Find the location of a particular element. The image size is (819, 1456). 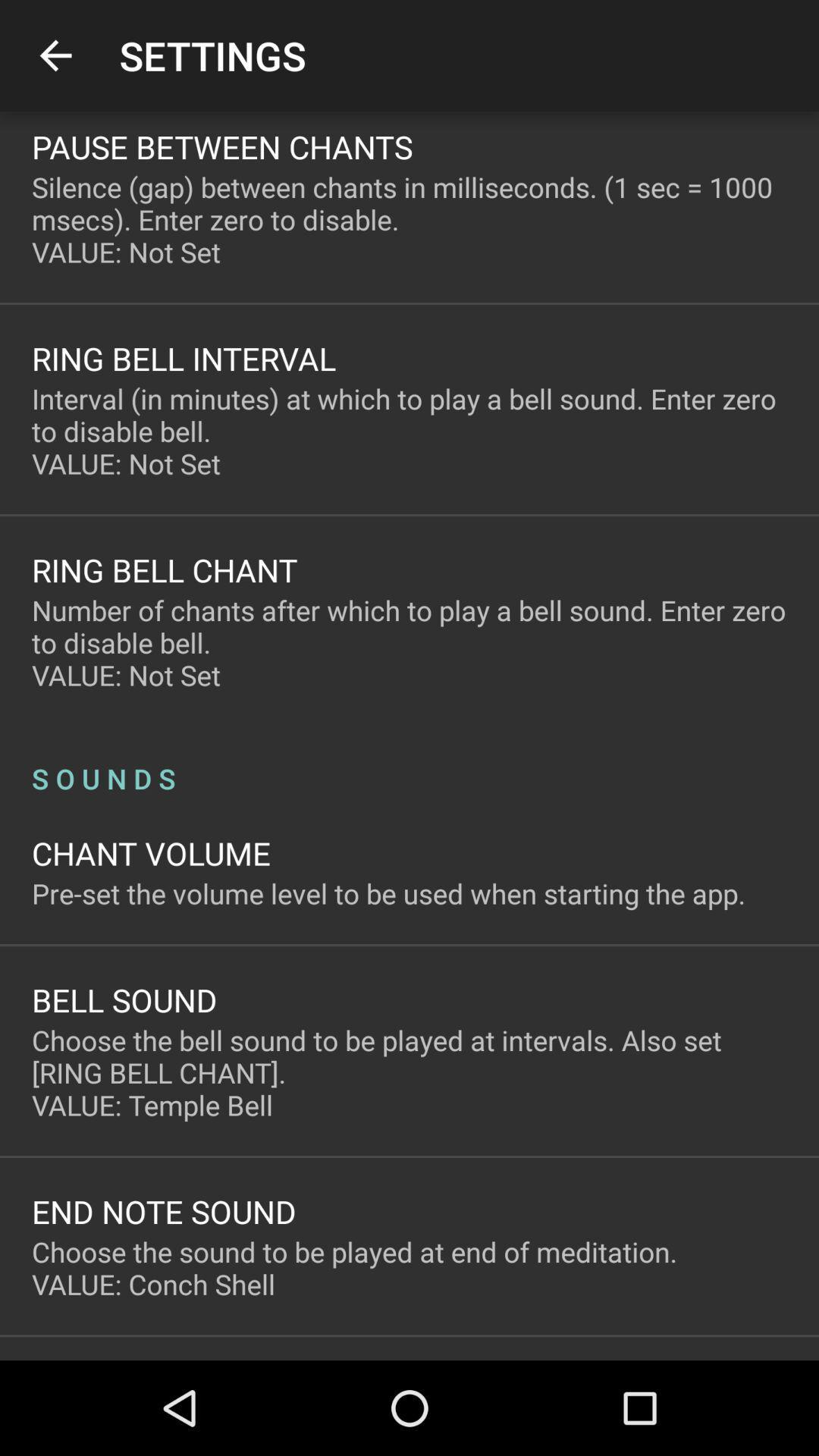

the icon below the number of chants item is located at coordinates (409, 762).